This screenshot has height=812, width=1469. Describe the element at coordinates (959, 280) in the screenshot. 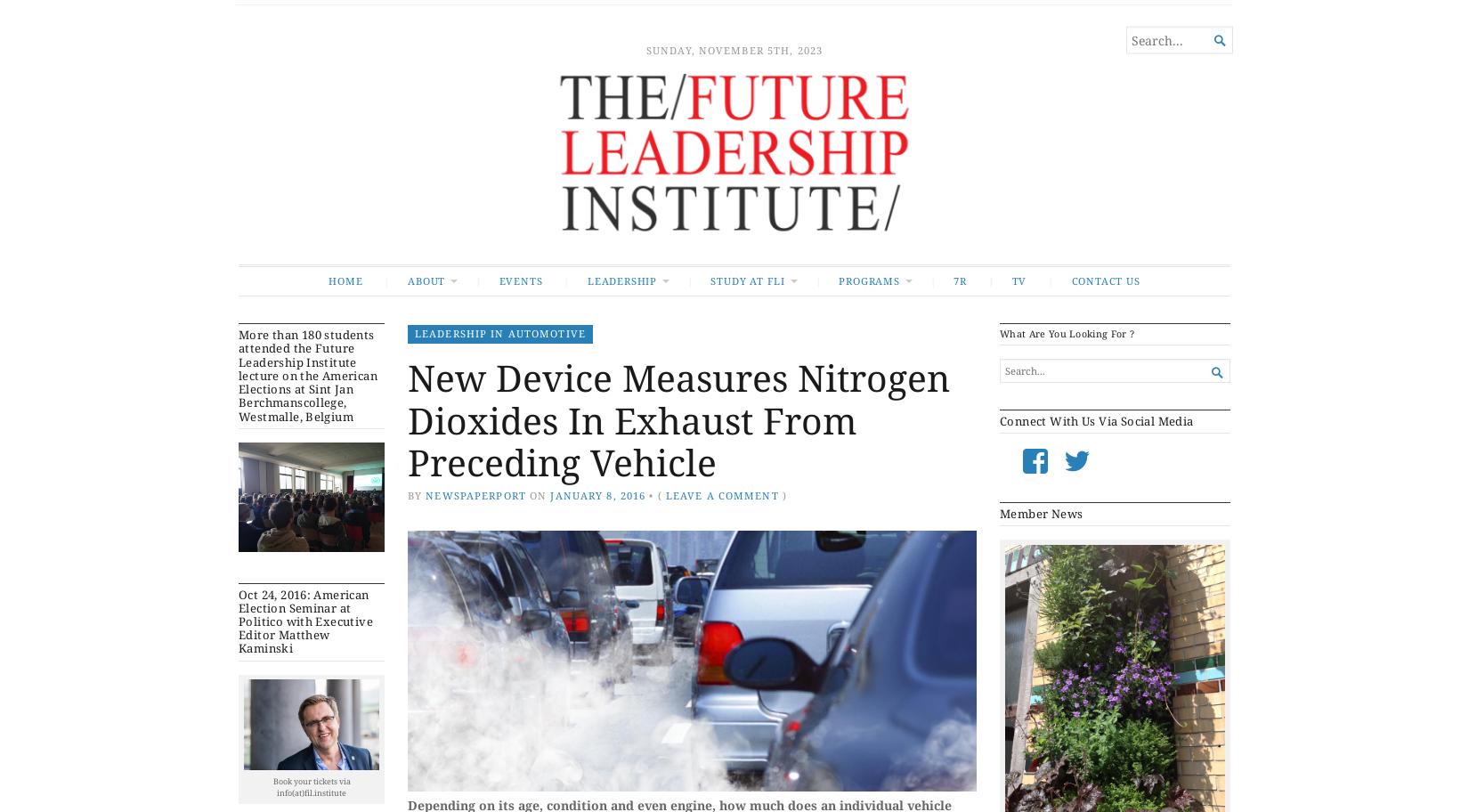

I see `'7R'` at that location.